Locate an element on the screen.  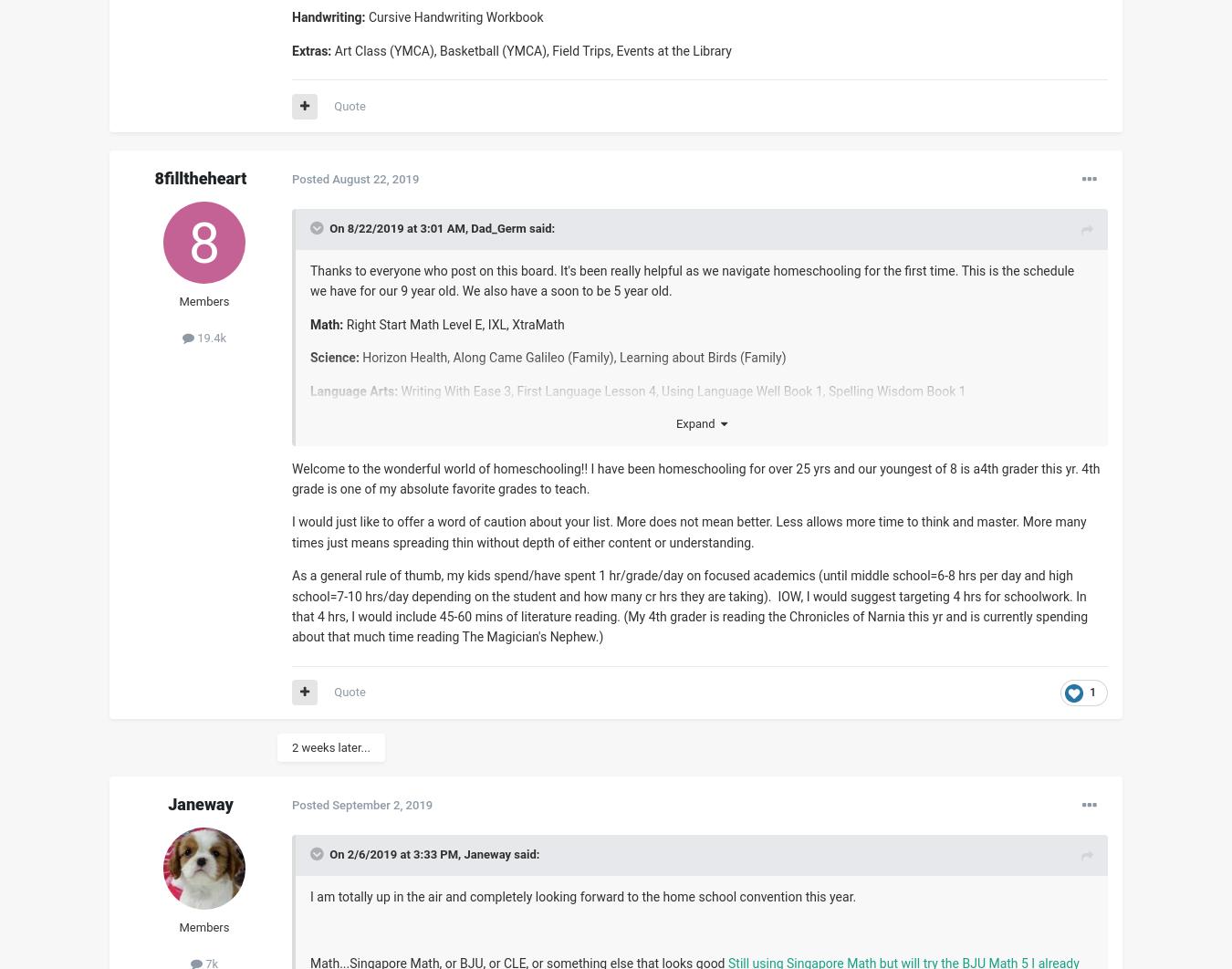
'On 8/22/2019 at 3:01 AM,' is located at coordinates (400, 228).